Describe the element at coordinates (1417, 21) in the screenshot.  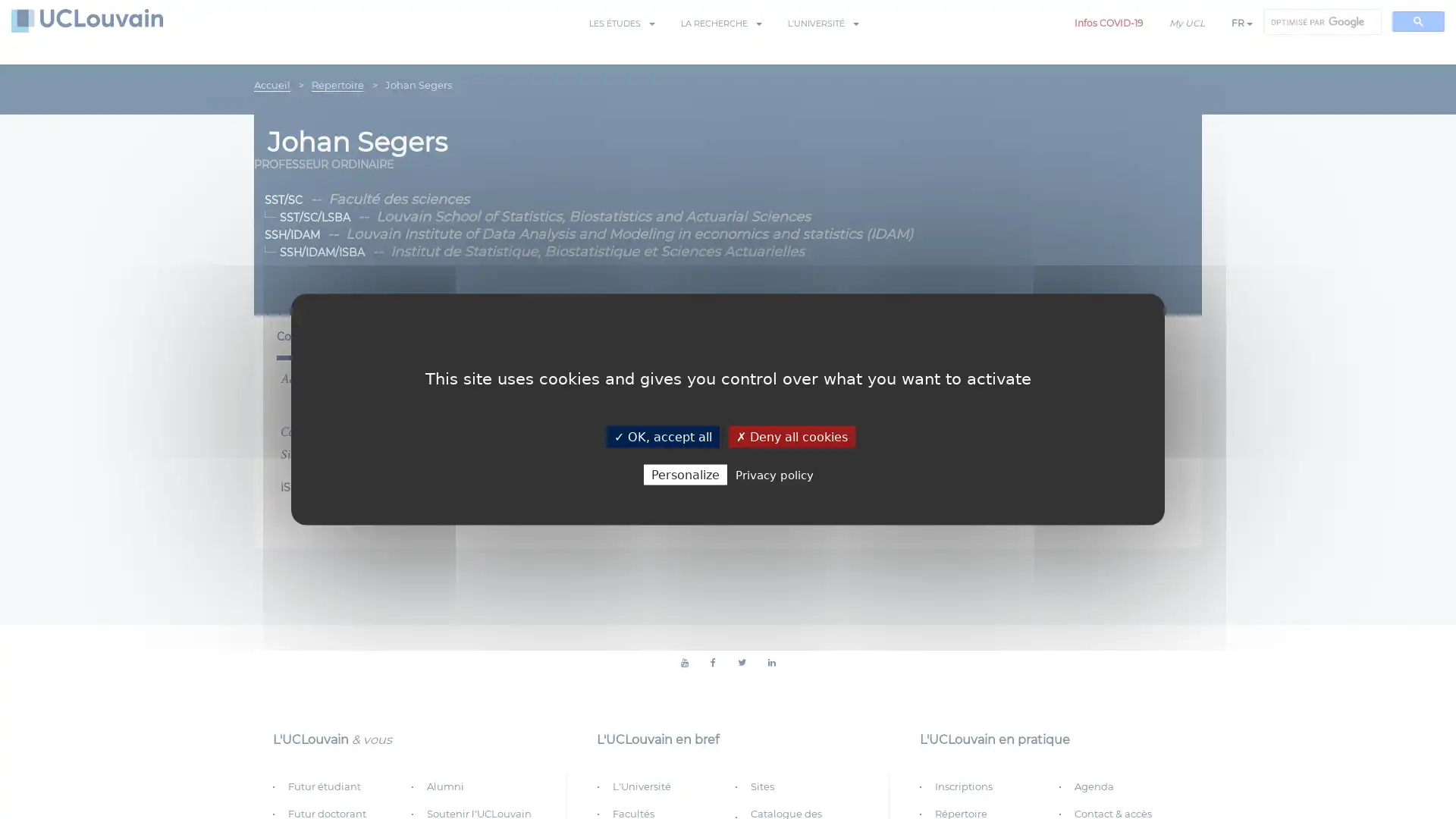
I see `rechercher` at that location.